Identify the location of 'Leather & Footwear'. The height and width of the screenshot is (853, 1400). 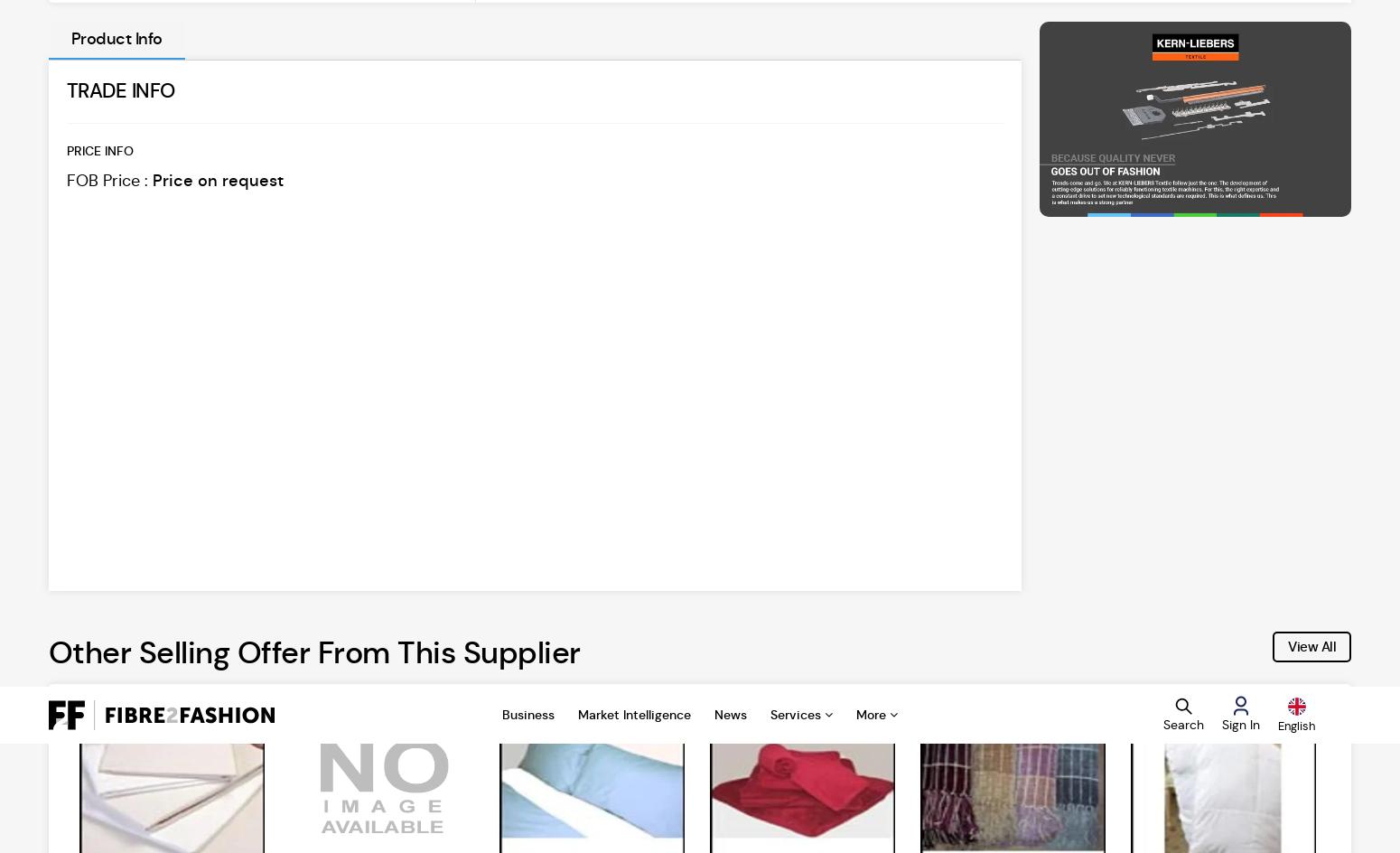
(420, 628).